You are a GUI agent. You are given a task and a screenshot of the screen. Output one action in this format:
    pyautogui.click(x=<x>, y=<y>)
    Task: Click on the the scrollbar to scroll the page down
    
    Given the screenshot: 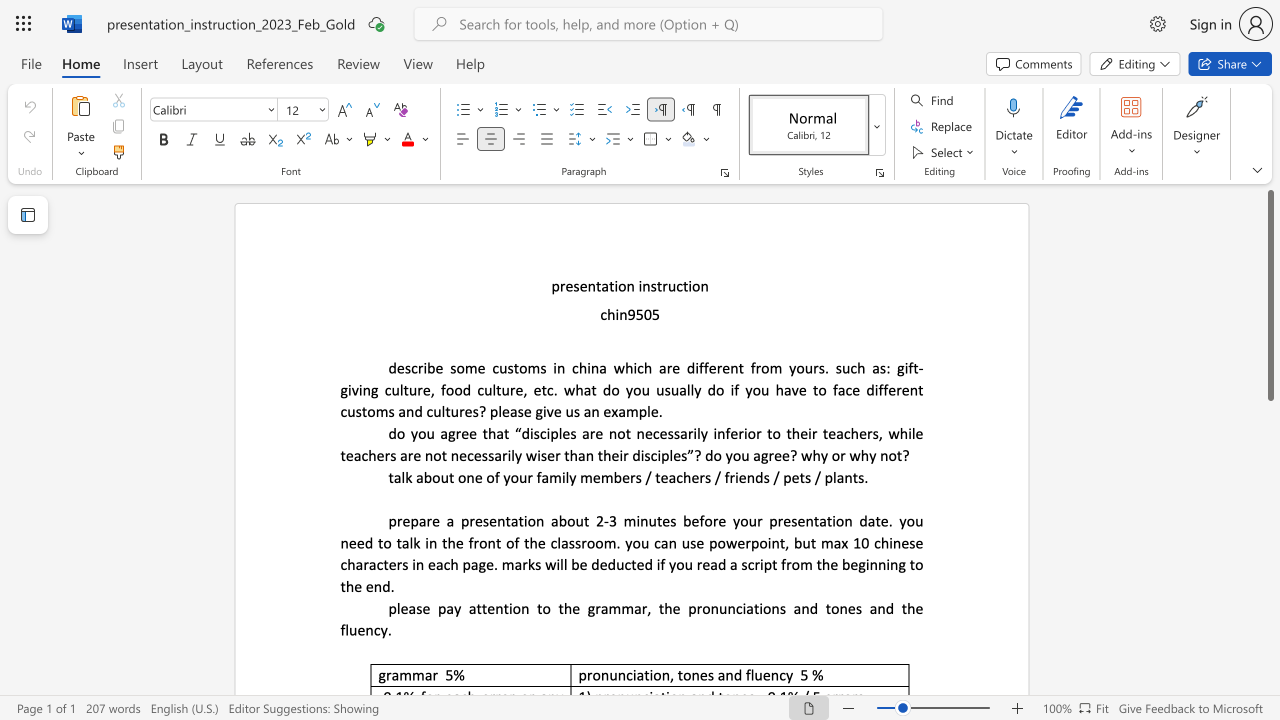 What is the action you would take?
    pyautogui.click(x=1269, y=618)
    